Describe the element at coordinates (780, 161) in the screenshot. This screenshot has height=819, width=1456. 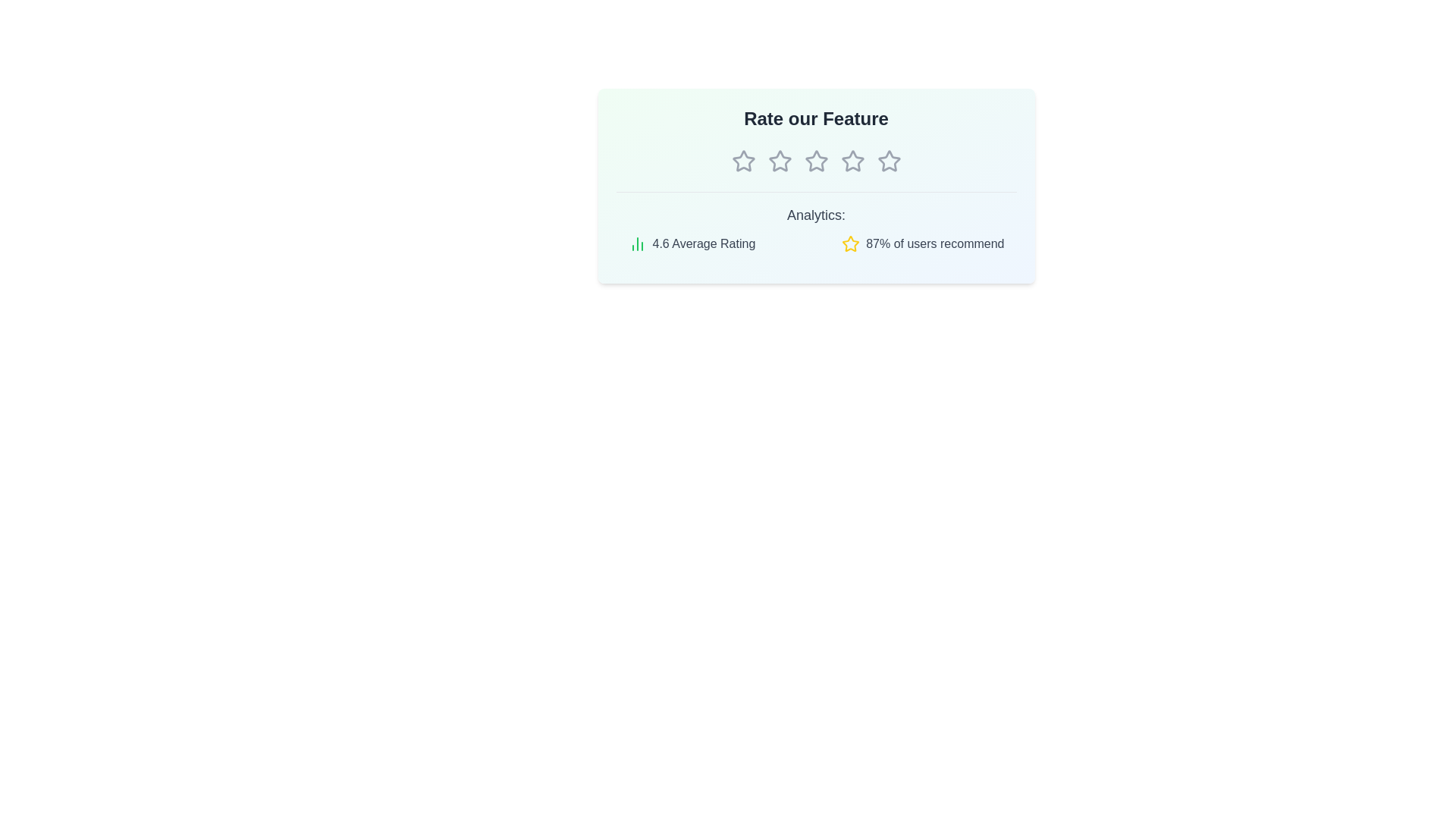
I see `the star corresponding to 2 stars to preview the rating` at that location.